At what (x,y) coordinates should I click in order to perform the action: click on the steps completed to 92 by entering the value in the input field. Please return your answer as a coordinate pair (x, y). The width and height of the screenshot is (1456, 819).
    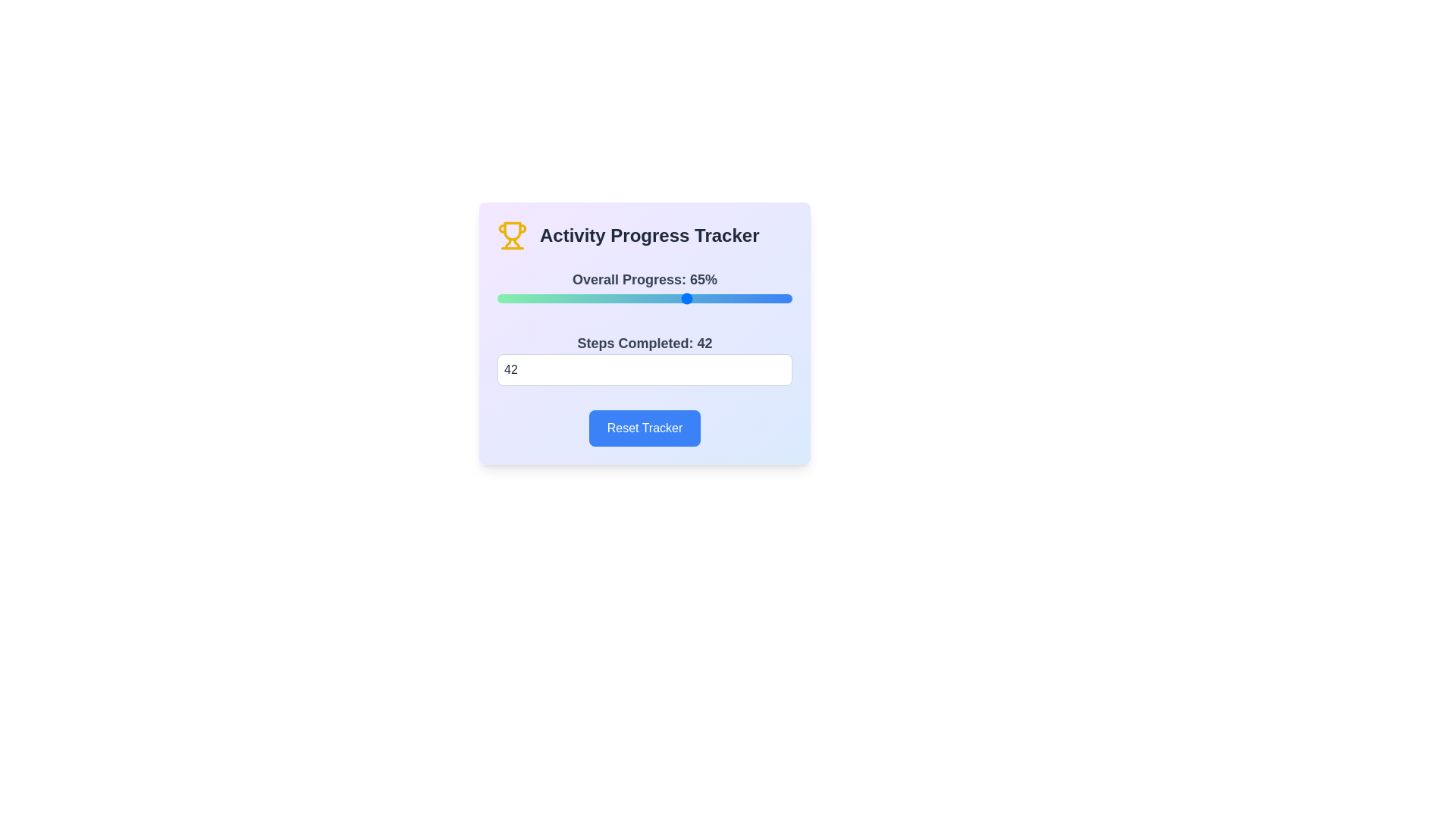
    Looking at the image, I should click on (645, 370).